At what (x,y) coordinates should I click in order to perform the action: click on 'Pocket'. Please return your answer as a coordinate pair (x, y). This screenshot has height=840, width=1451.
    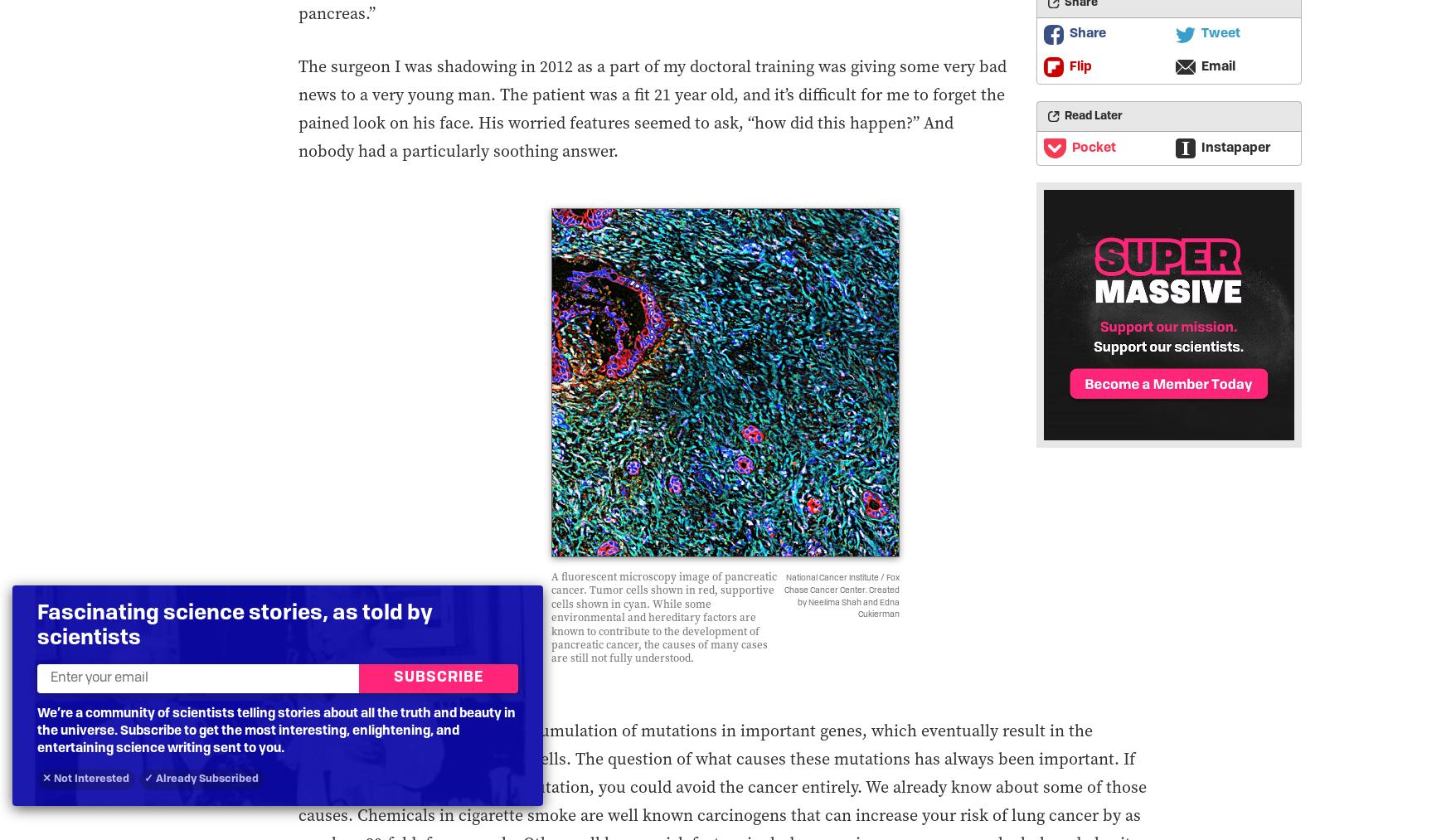
    Looking at the image, I should click on (1094, 147).